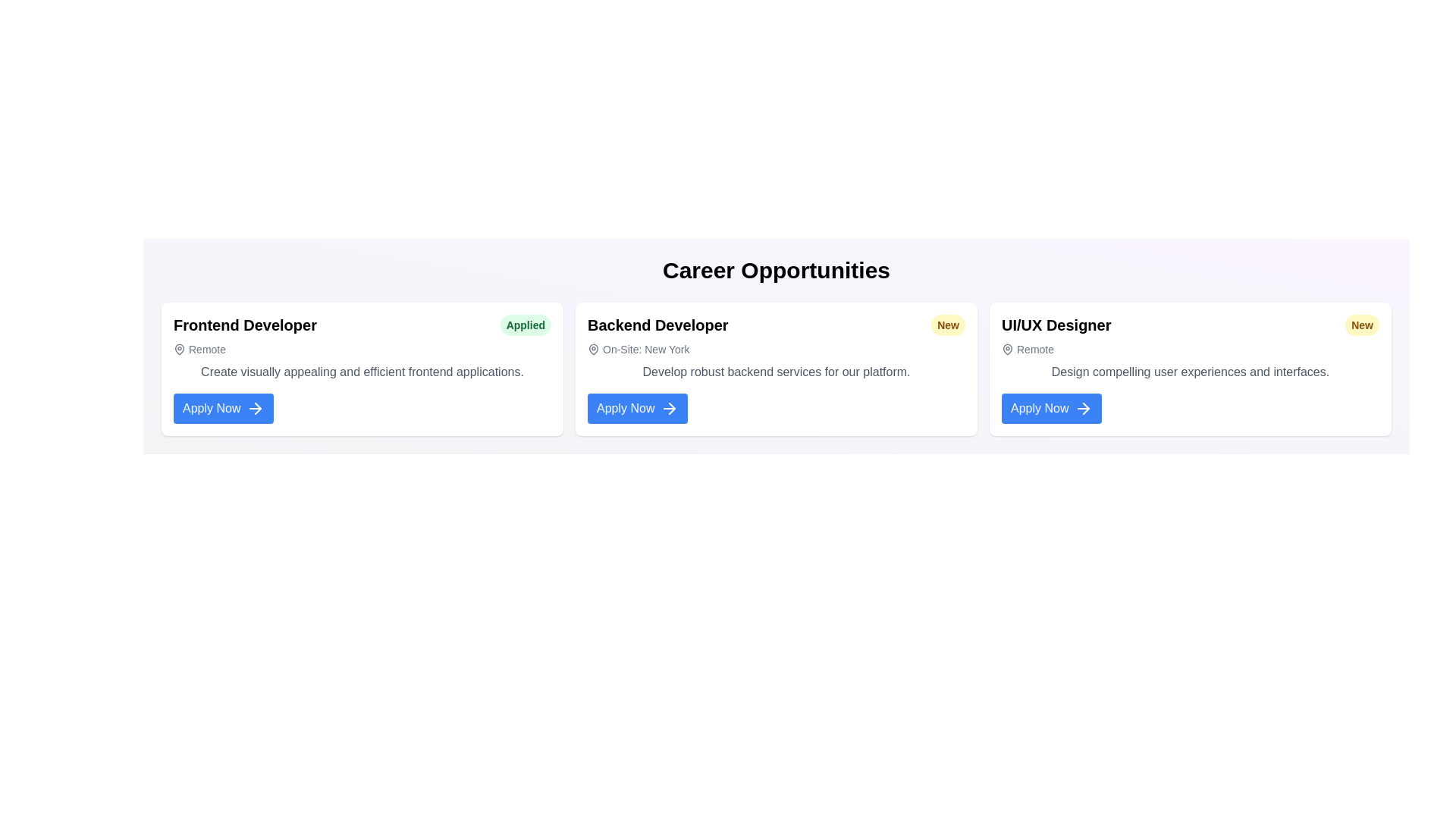  Describe the element at coordinates (1085, 408) in the screenshot. I see `the rightward-pointing arrow icon located to the right of the 'Apply Now' text in the blue button under the 'UI/UX Designer' section` at that location.